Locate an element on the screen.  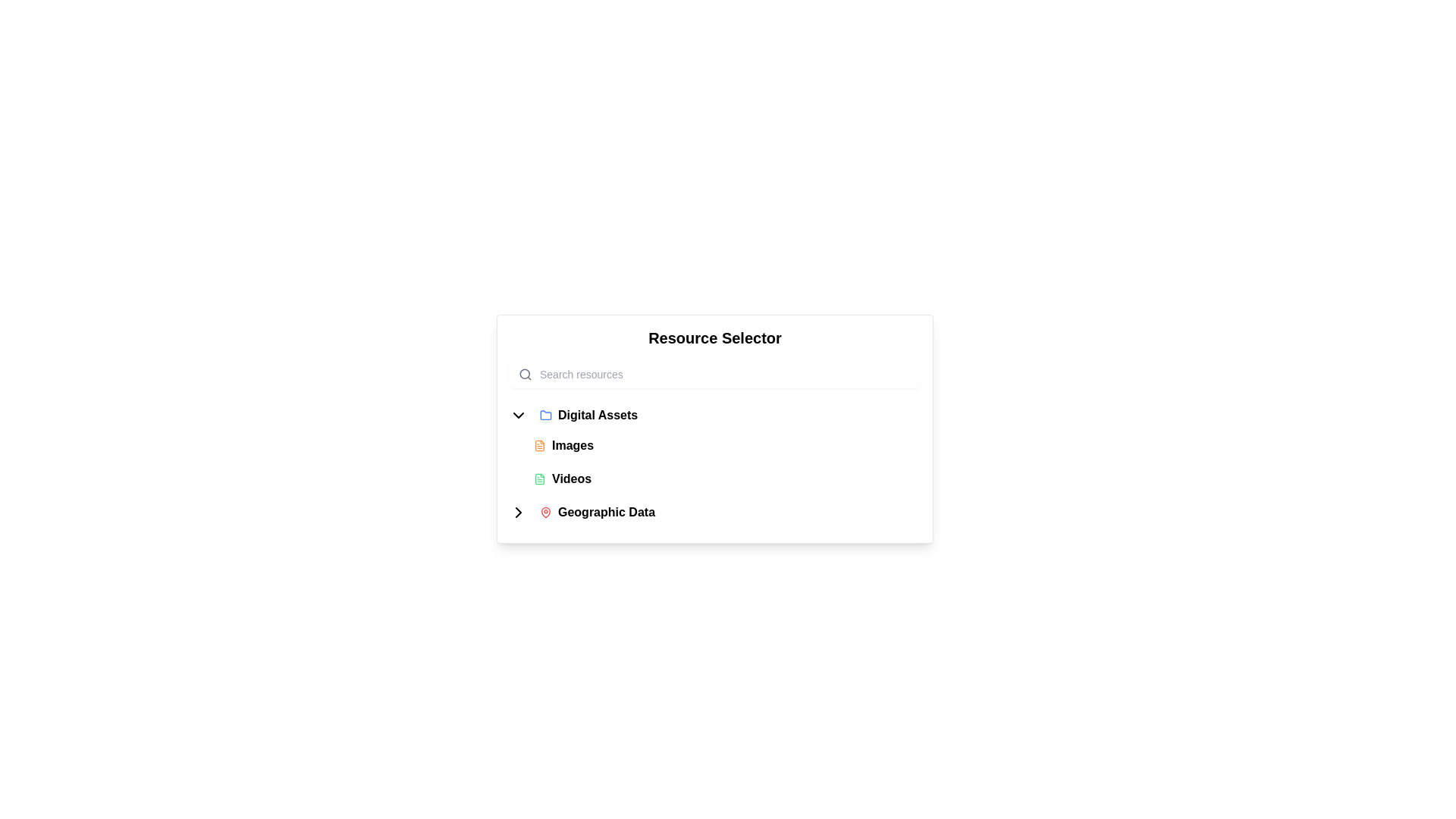
the 'Videos' button in the 'Resource Selector' dropdown menu is located at coordinates (562, 479).